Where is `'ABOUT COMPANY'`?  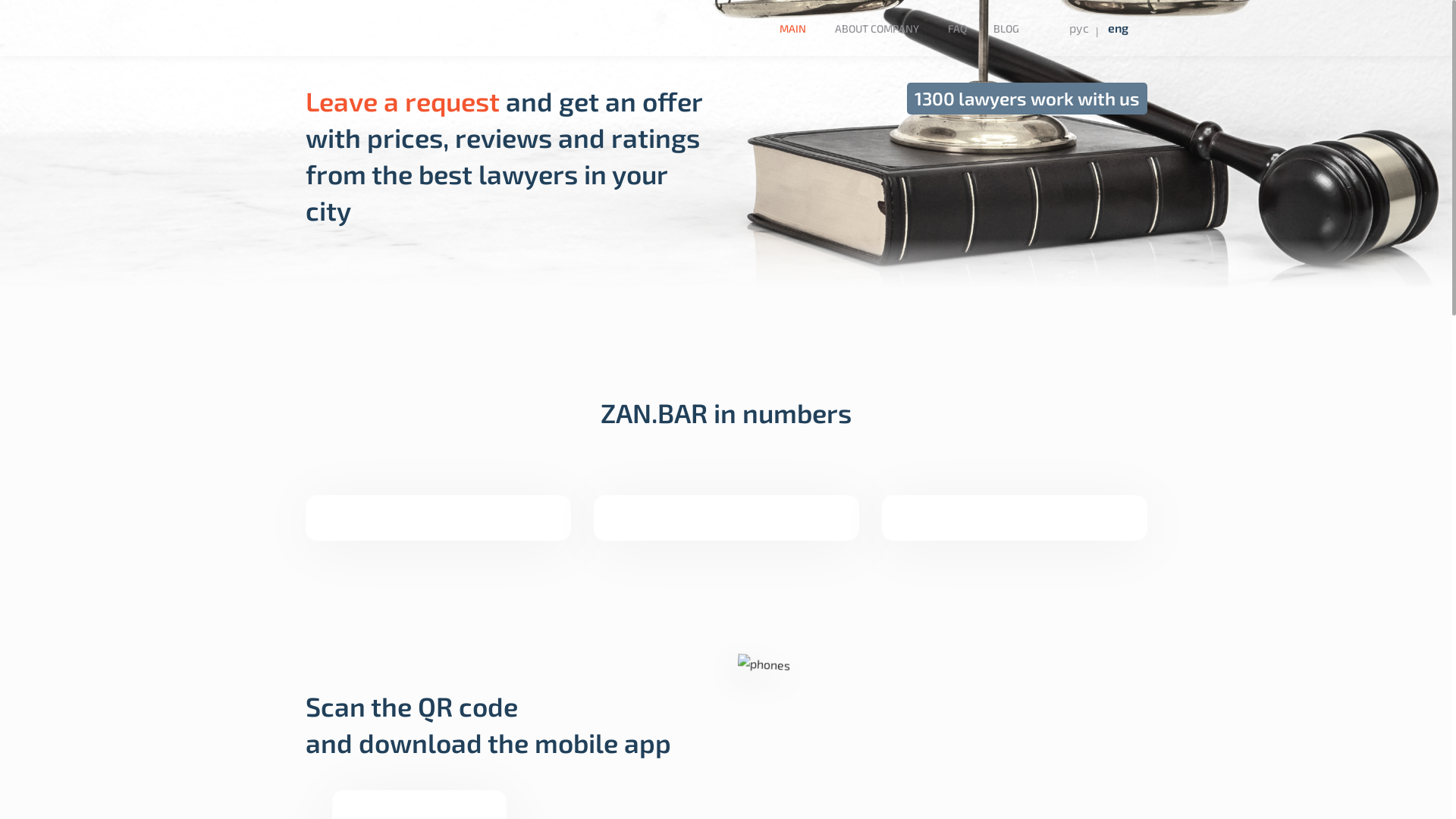
'ABOUT COMPANY' is located at coordinates (877, 28).